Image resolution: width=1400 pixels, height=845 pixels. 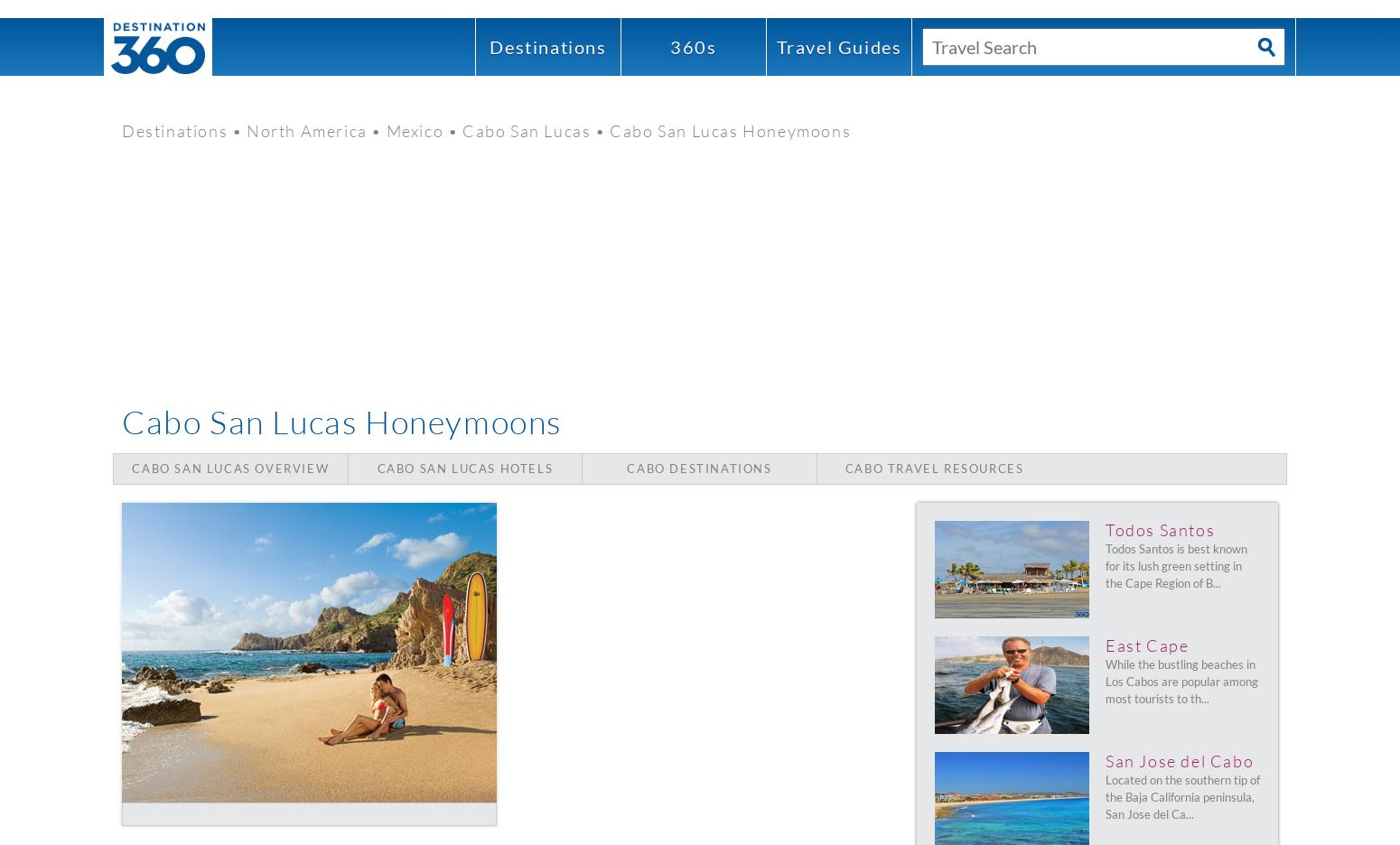 I want to click on 'North America', so click(x=305, y=130).